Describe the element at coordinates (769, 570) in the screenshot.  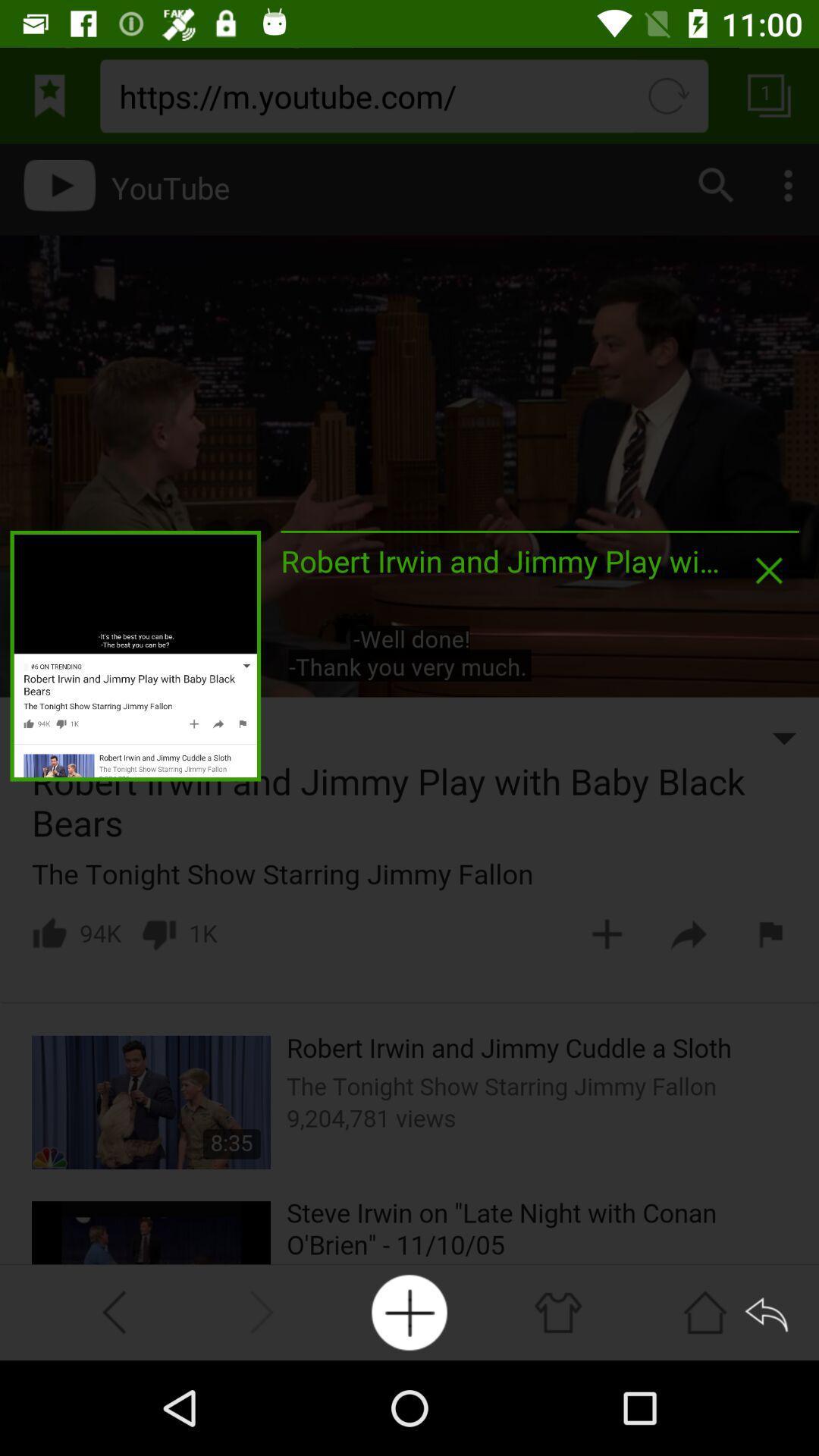
I see `window` at that location.